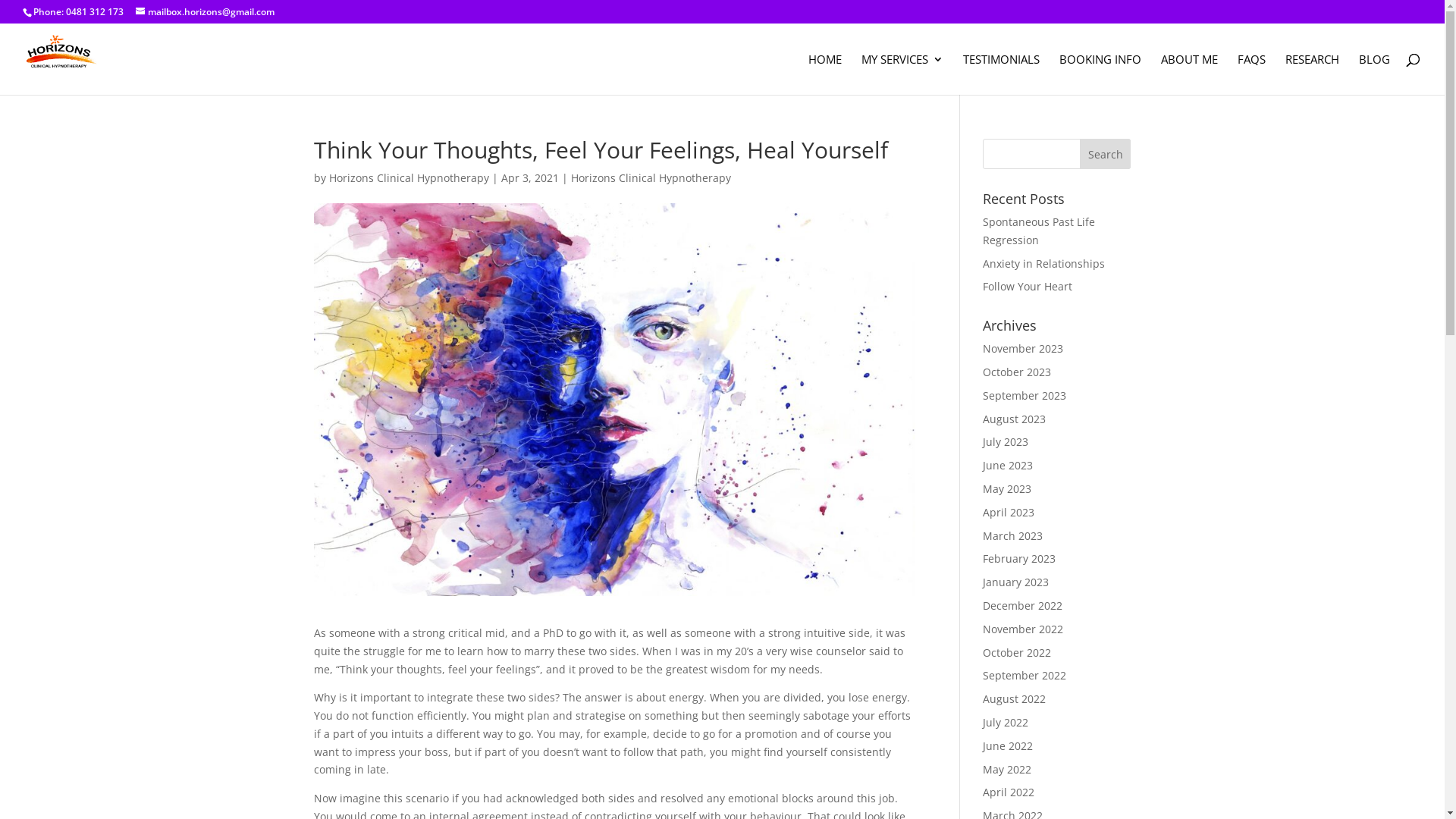 Image resolution: width=1456 pixels, height=819 pixels. I want to click on 'MY SERVICES', so click(902, 74).